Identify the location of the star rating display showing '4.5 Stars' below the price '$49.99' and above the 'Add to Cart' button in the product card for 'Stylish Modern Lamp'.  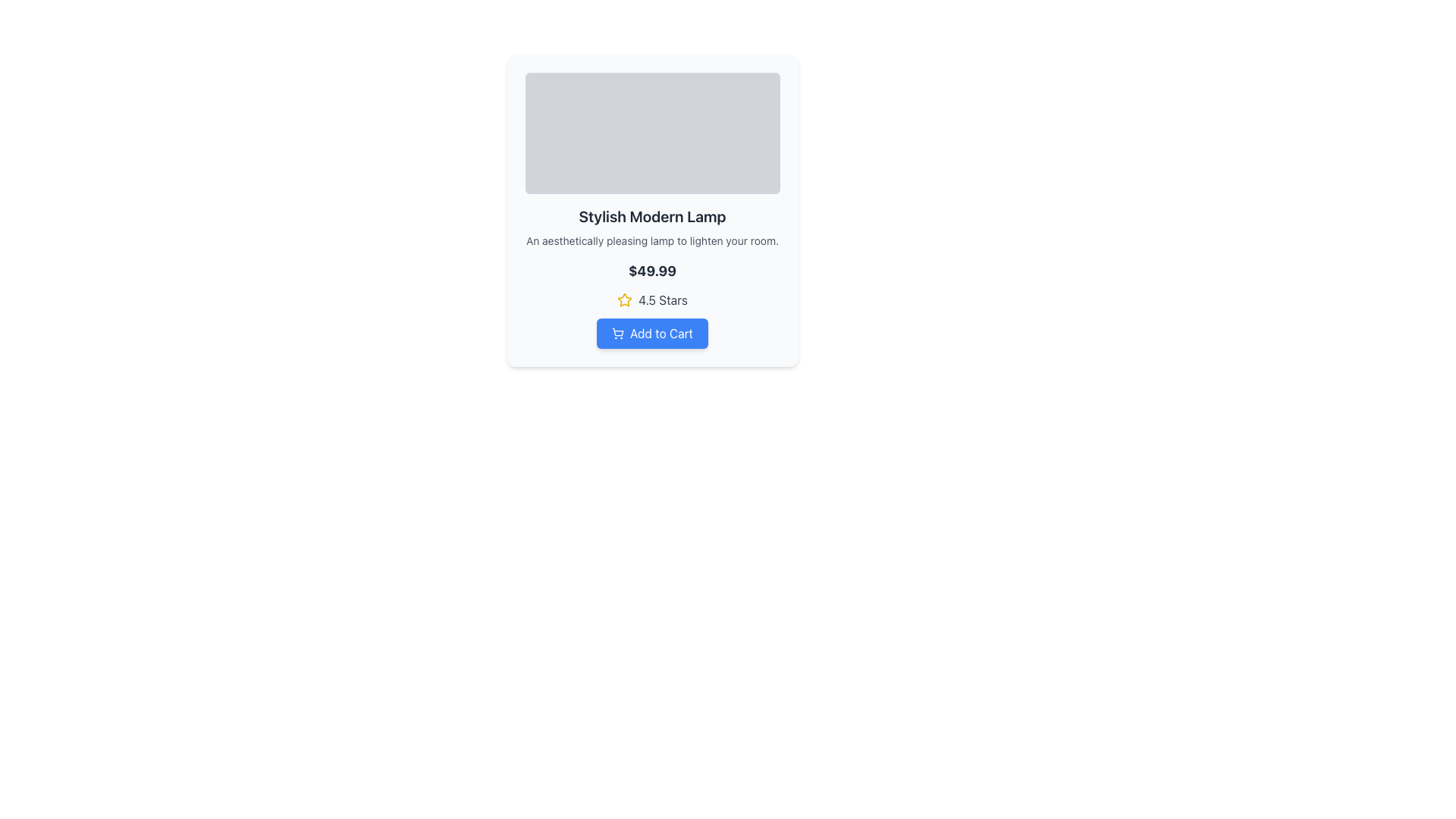
(652, 300).